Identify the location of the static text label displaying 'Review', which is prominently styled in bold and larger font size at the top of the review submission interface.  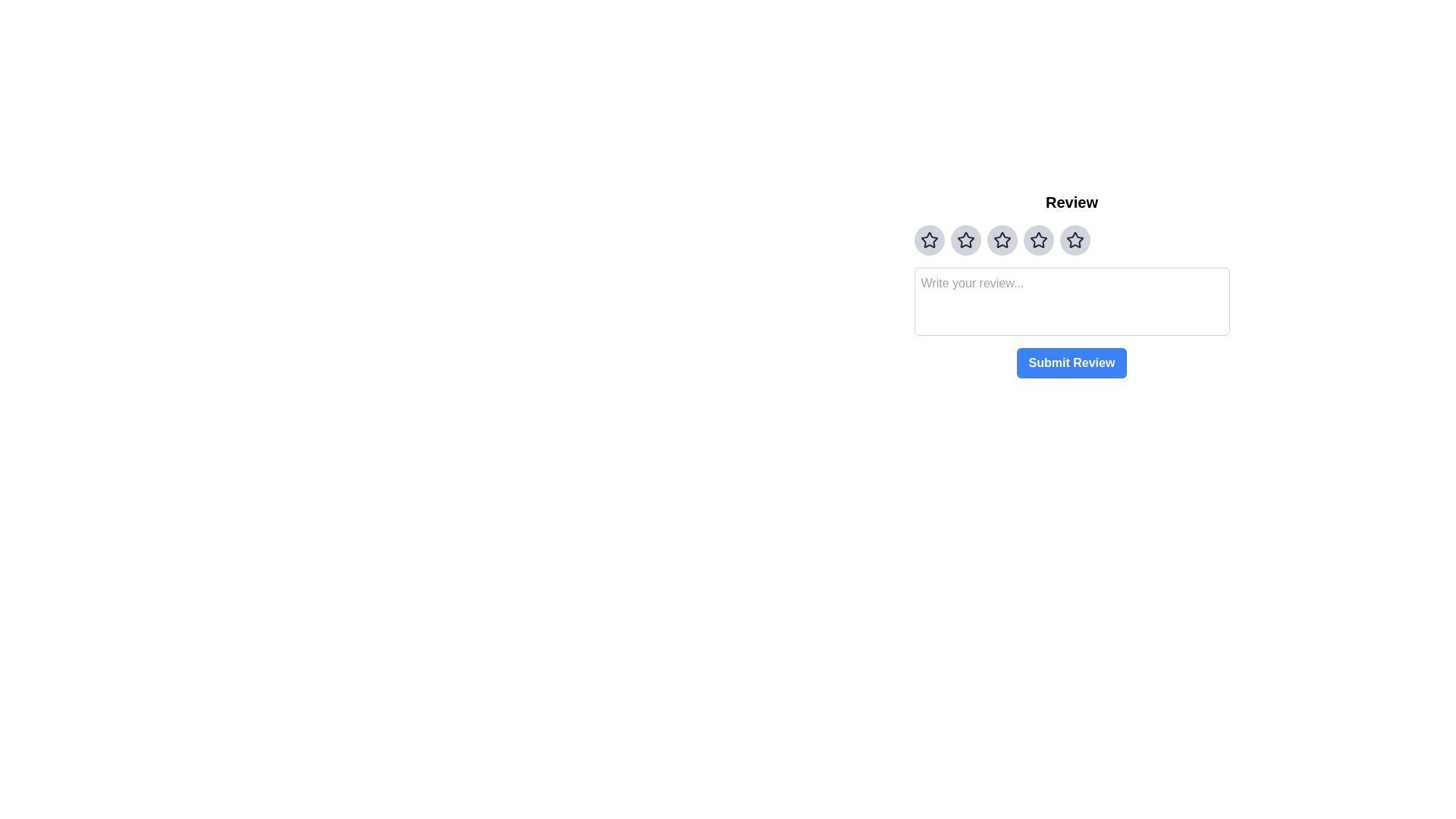
(1071, 201).